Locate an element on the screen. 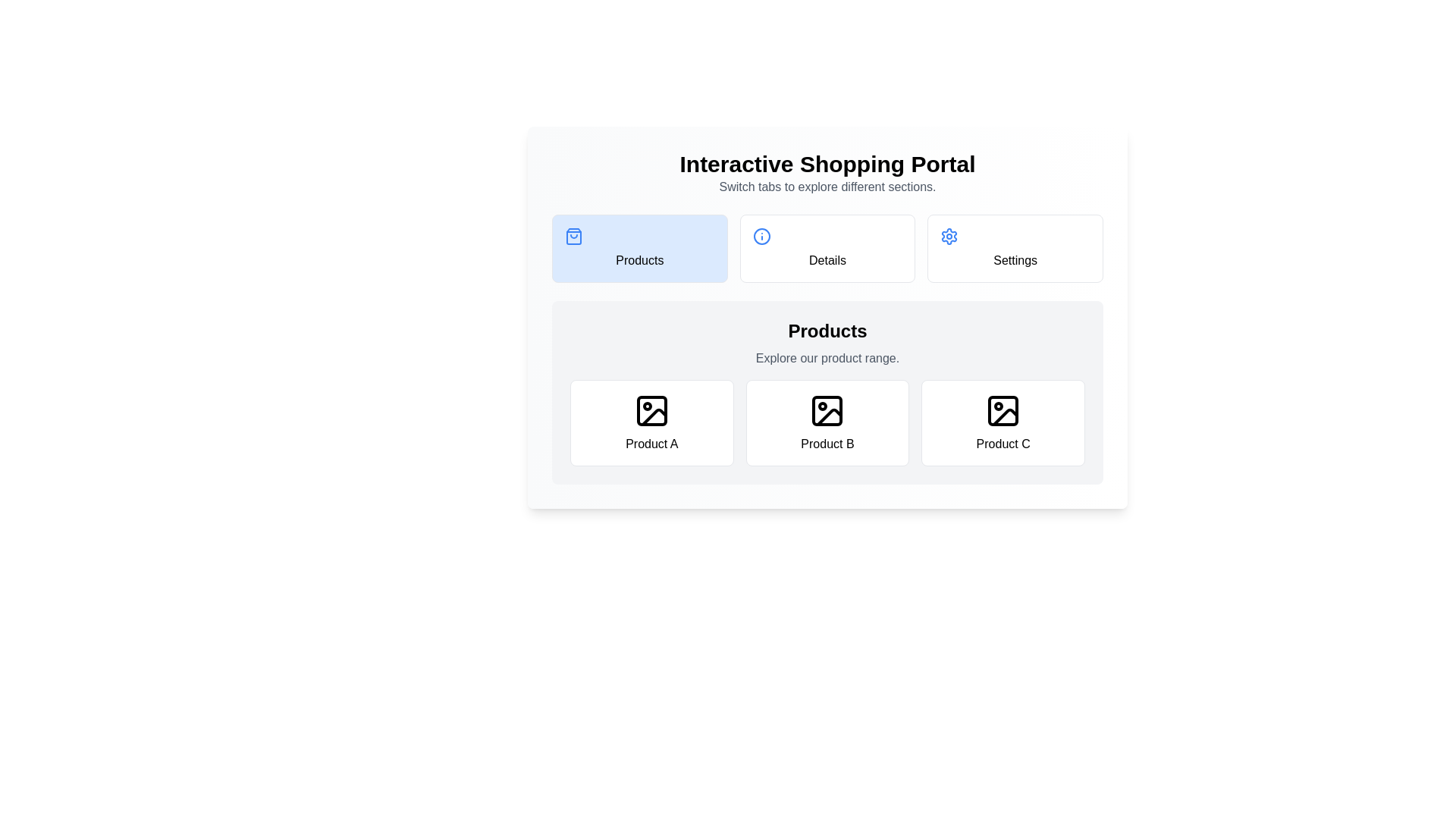 Image resolution: width=1456 pixels, height=819 pixels. the product card labeled Product A is located at coordinates (651, 423).